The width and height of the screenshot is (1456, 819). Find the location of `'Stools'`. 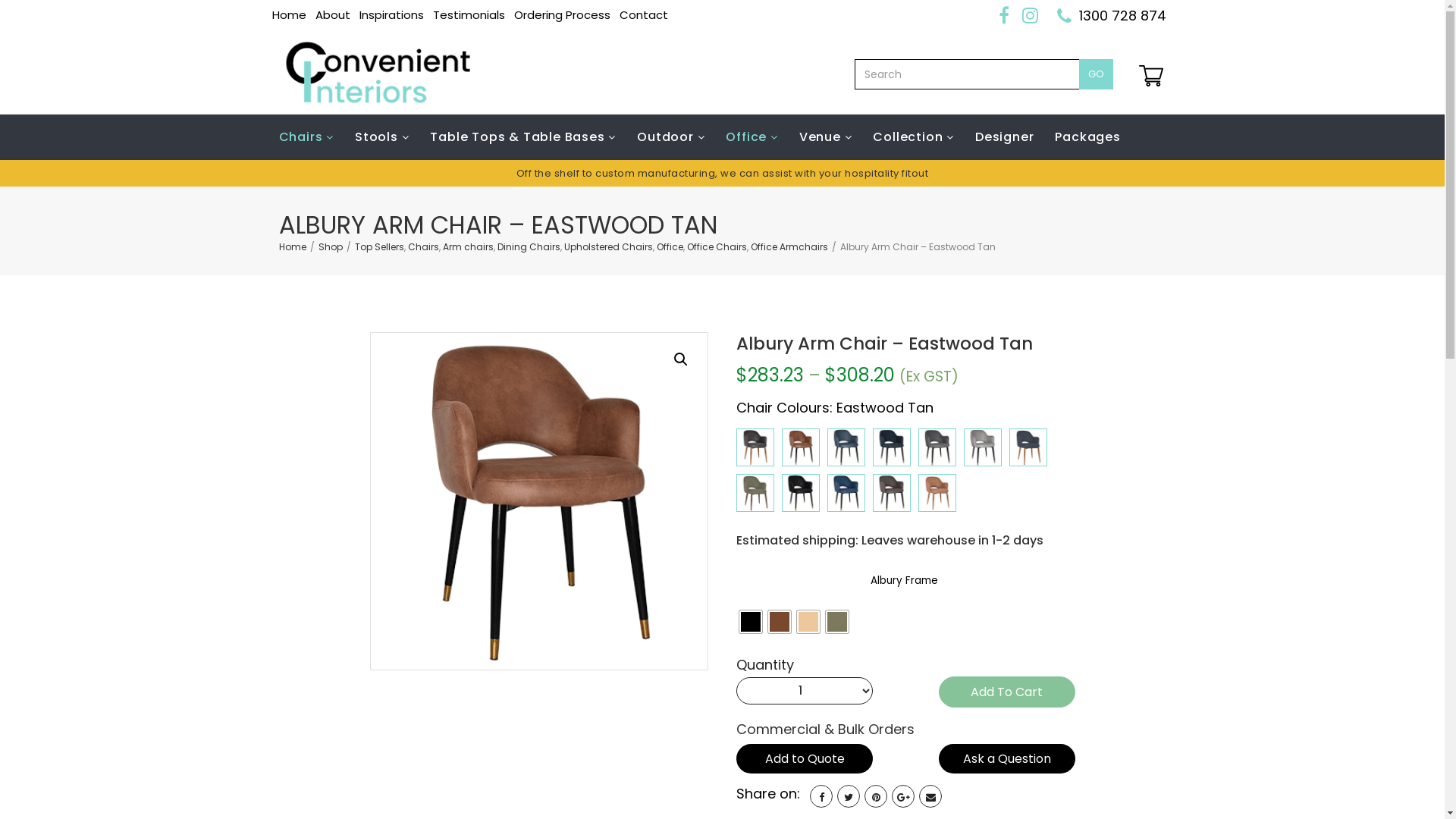

'Stools' is located at coordinates (381, 137).